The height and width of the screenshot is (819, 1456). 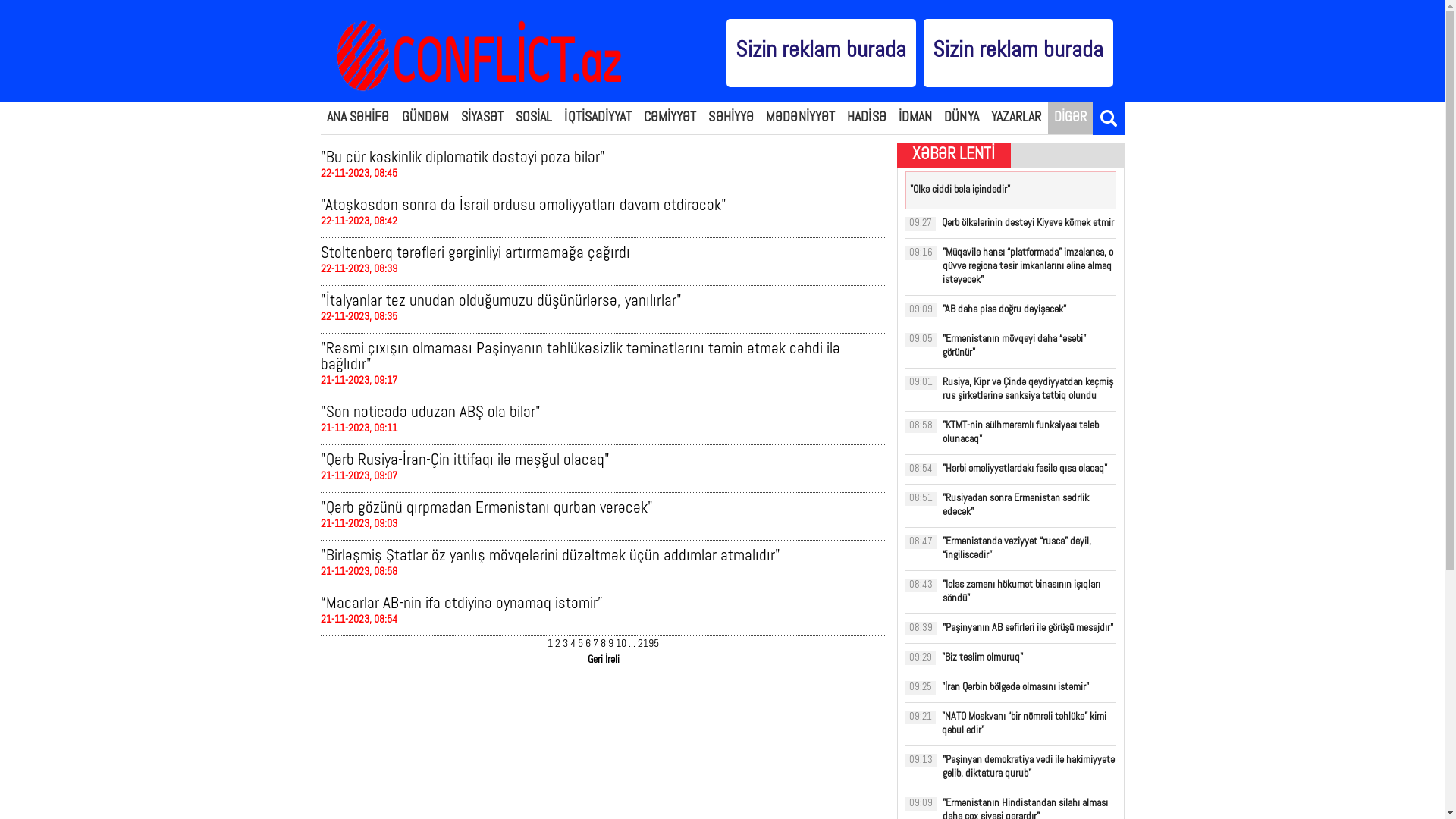 What do you see at coordinates (554, 644) in the screenshot?
I see `'2'` at bounding box center [554, 644].